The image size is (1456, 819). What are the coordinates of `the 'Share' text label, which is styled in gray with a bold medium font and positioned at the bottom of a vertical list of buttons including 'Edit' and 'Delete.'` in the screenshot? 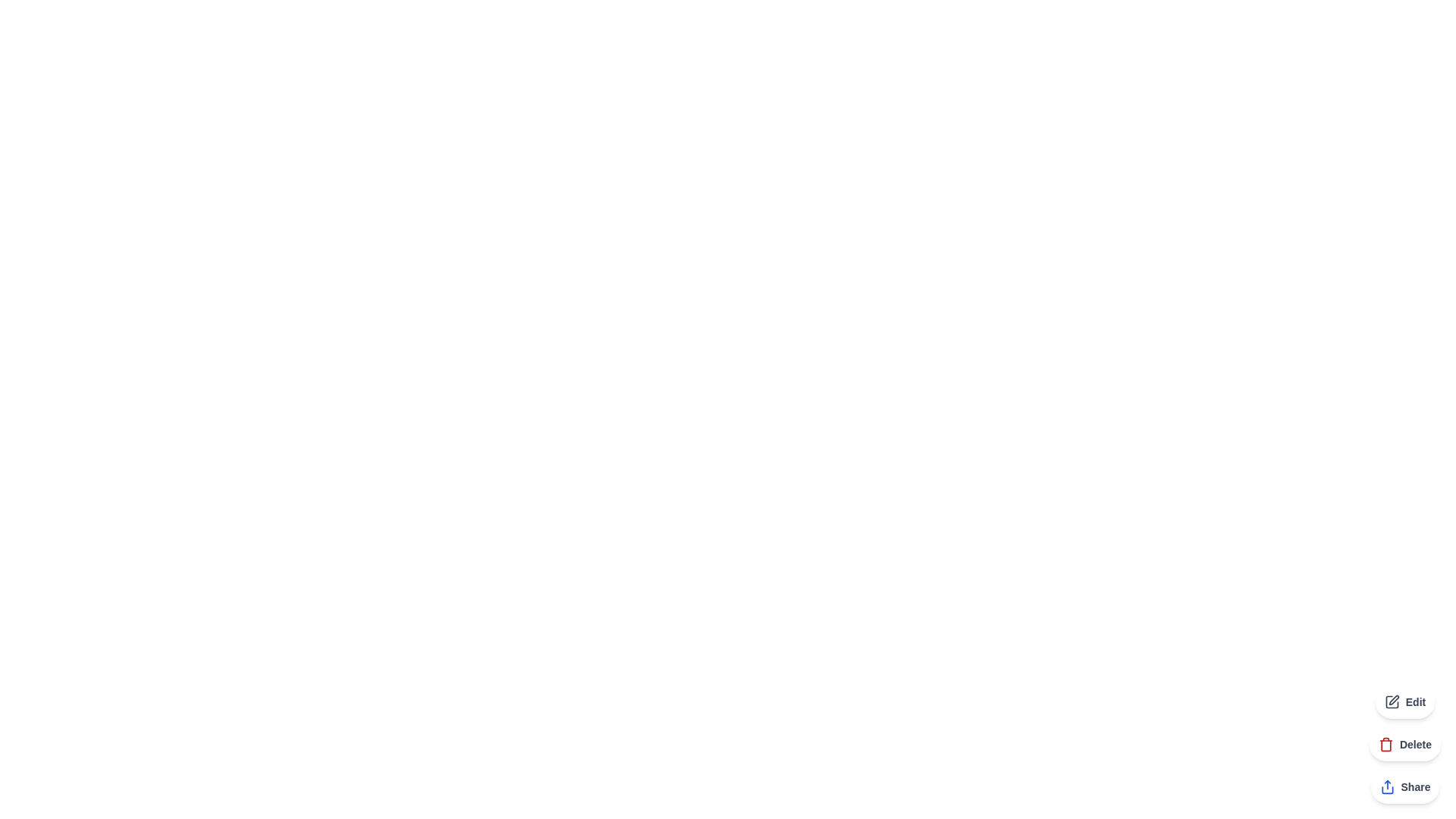 It's located at (1415, 786).